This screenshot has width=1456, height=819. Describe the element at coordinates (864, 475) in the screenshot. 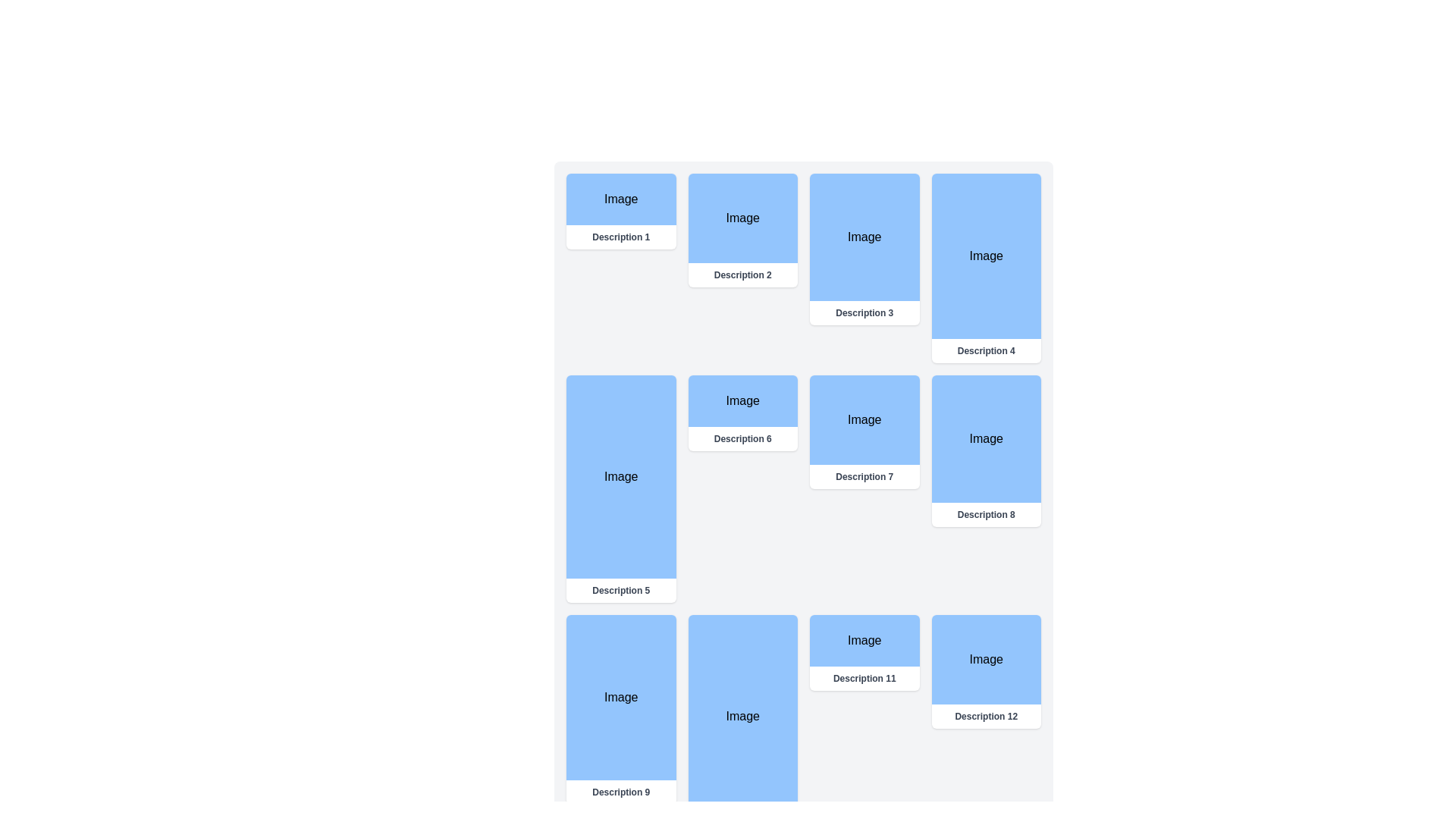

I see `text content of the label located below the 'Image' in the central region of the interface, specifically in the third column of a grid layout` at that location.